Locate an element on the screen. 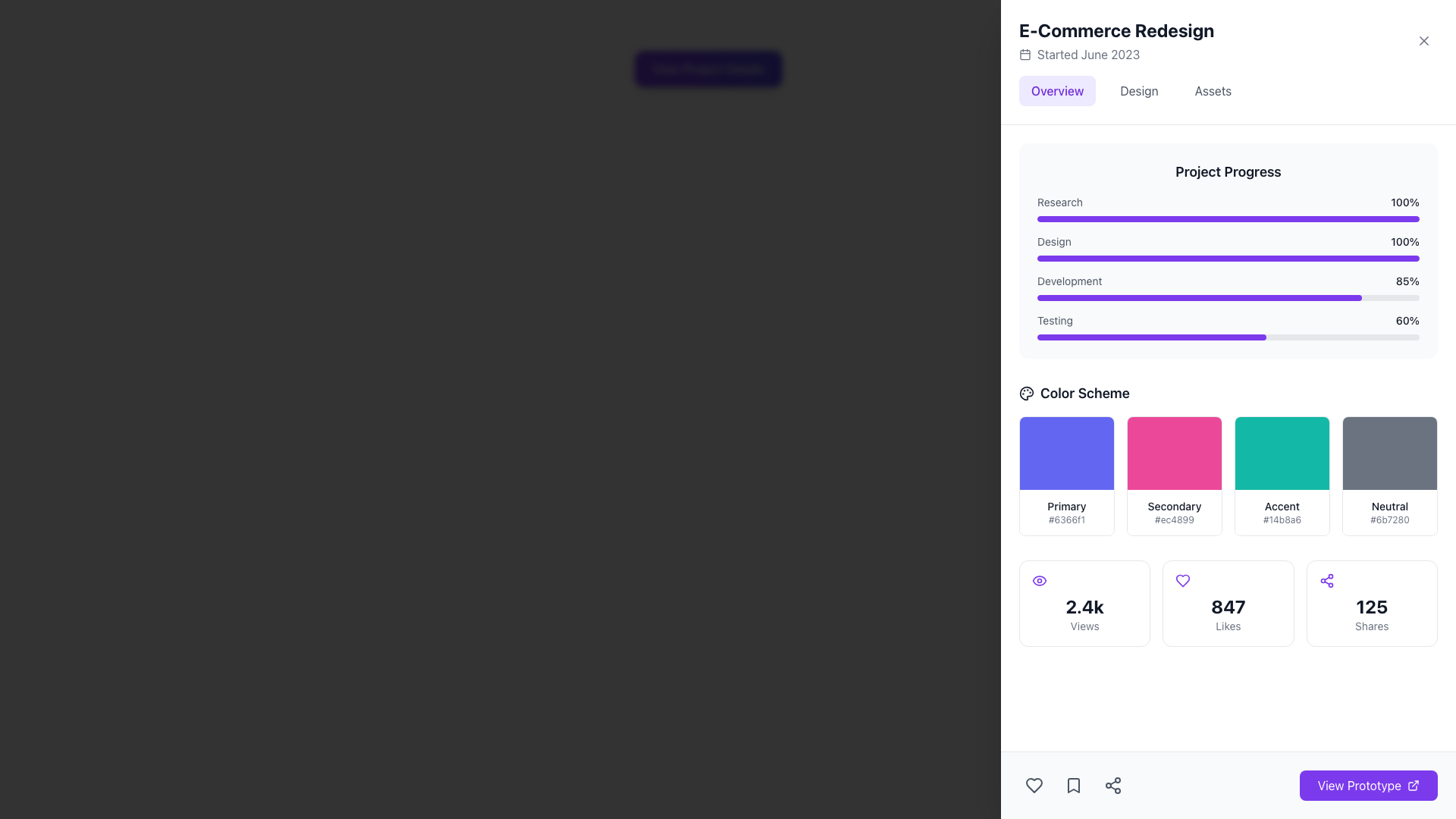 The image size is (1456, 819). the static text label in the 'Project Progress' section, which describes a specific category and is located to the left of a progress bar labeled '60%' is located at coordinates (1054, 320).